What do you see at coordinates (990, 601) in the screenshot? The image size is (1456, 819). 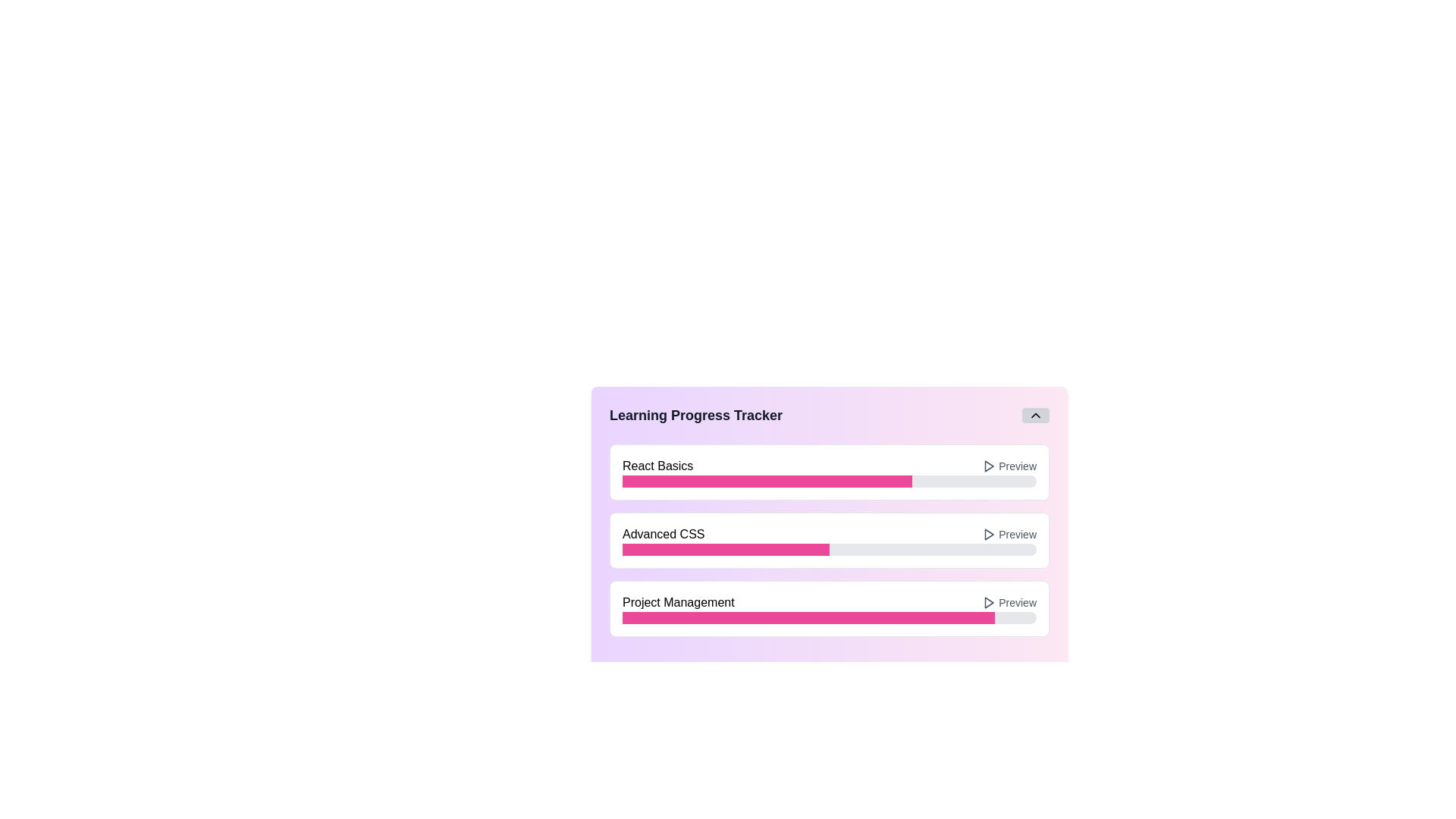 I see `the small play icon (right-pointing triangle) adjacent to the 'Project Management' progress tracker` at bounding box center [990, 601].